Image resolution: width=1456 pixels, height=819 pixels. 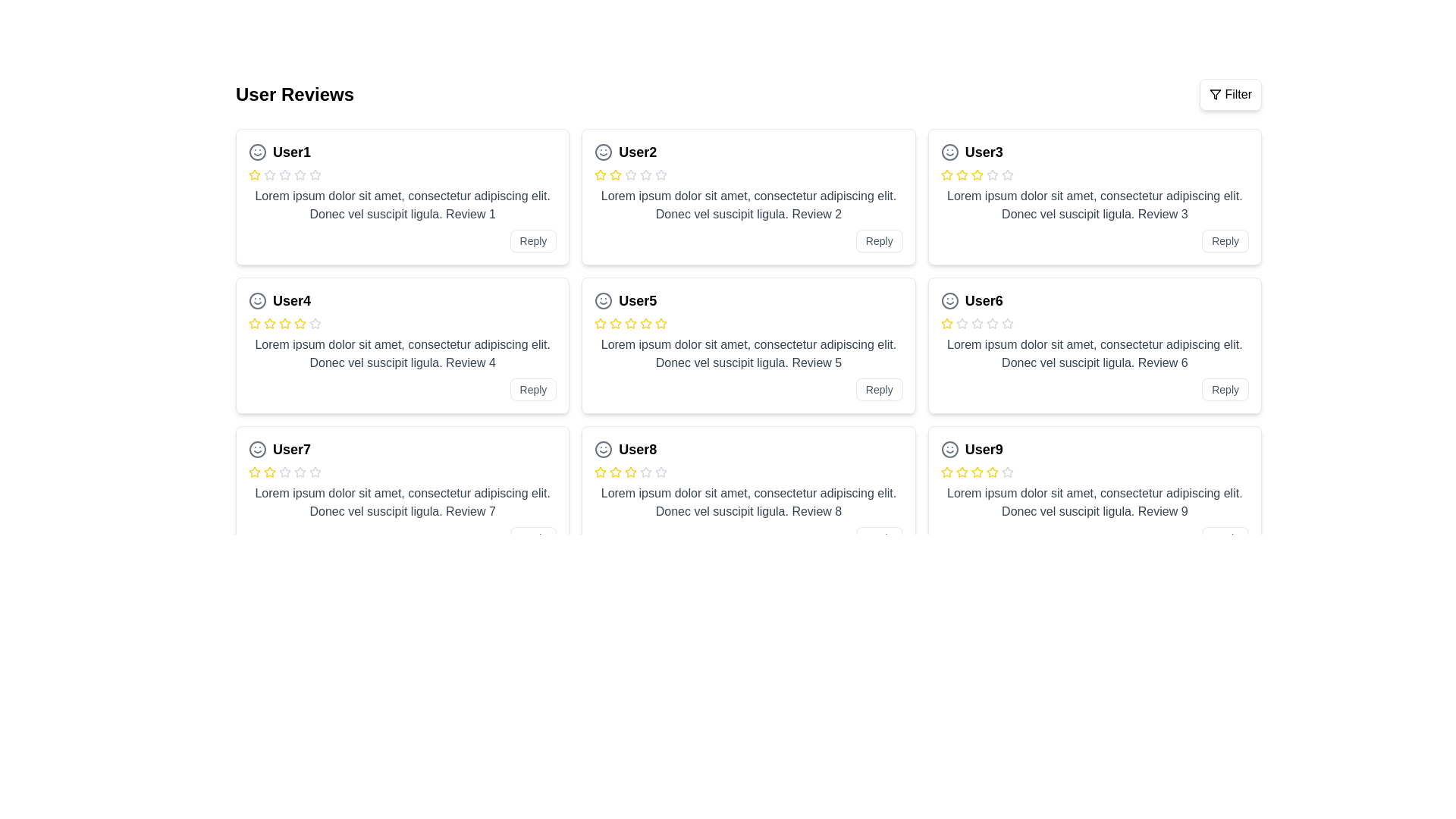 I want to click on the stars in the user review card, which is located in the second row of the grid layout, below the first card in the first row, so click(x=403, y=345).